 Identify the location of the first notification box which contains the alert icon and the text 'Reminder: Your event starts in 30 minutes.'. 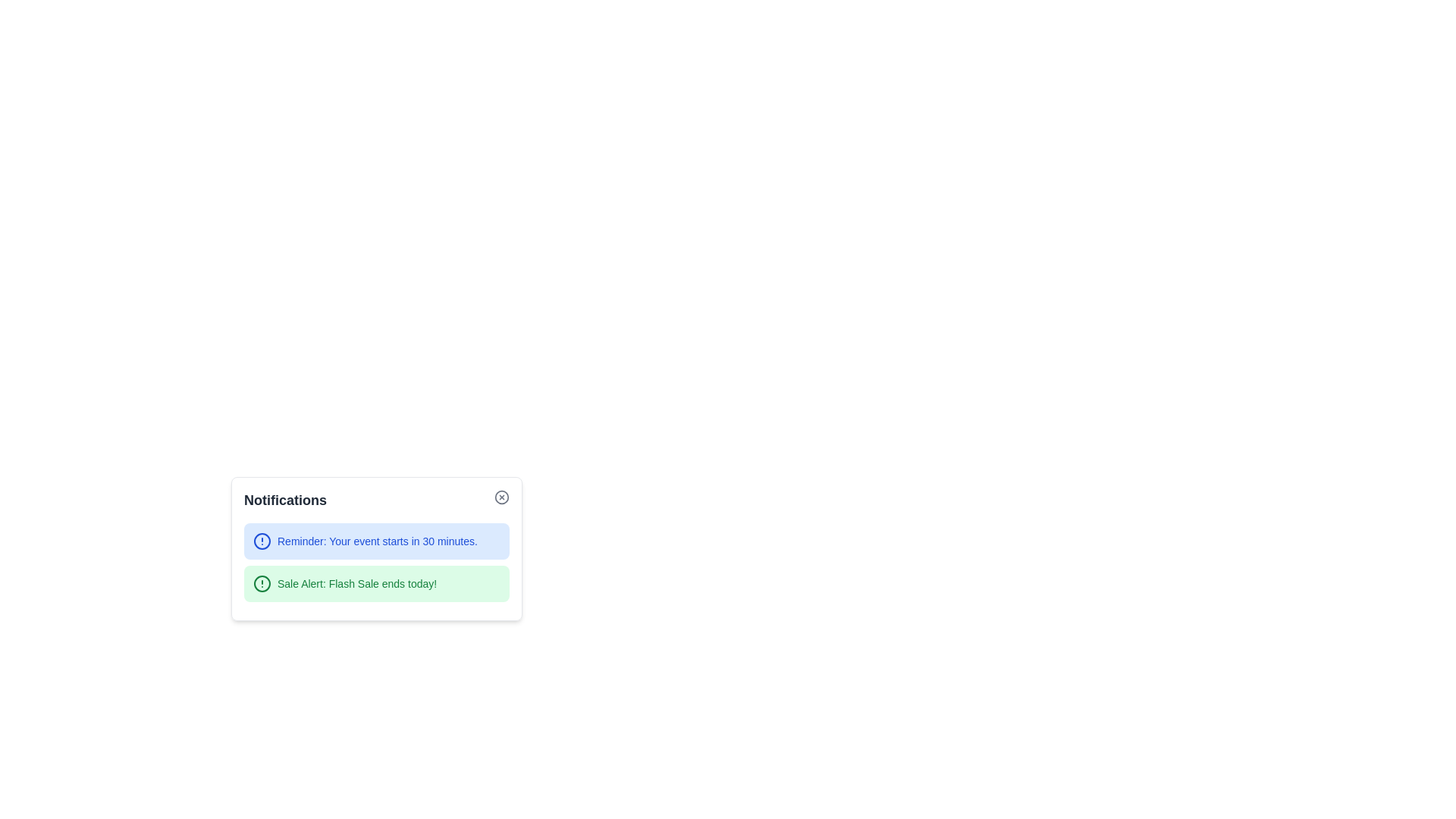
(377, 540).